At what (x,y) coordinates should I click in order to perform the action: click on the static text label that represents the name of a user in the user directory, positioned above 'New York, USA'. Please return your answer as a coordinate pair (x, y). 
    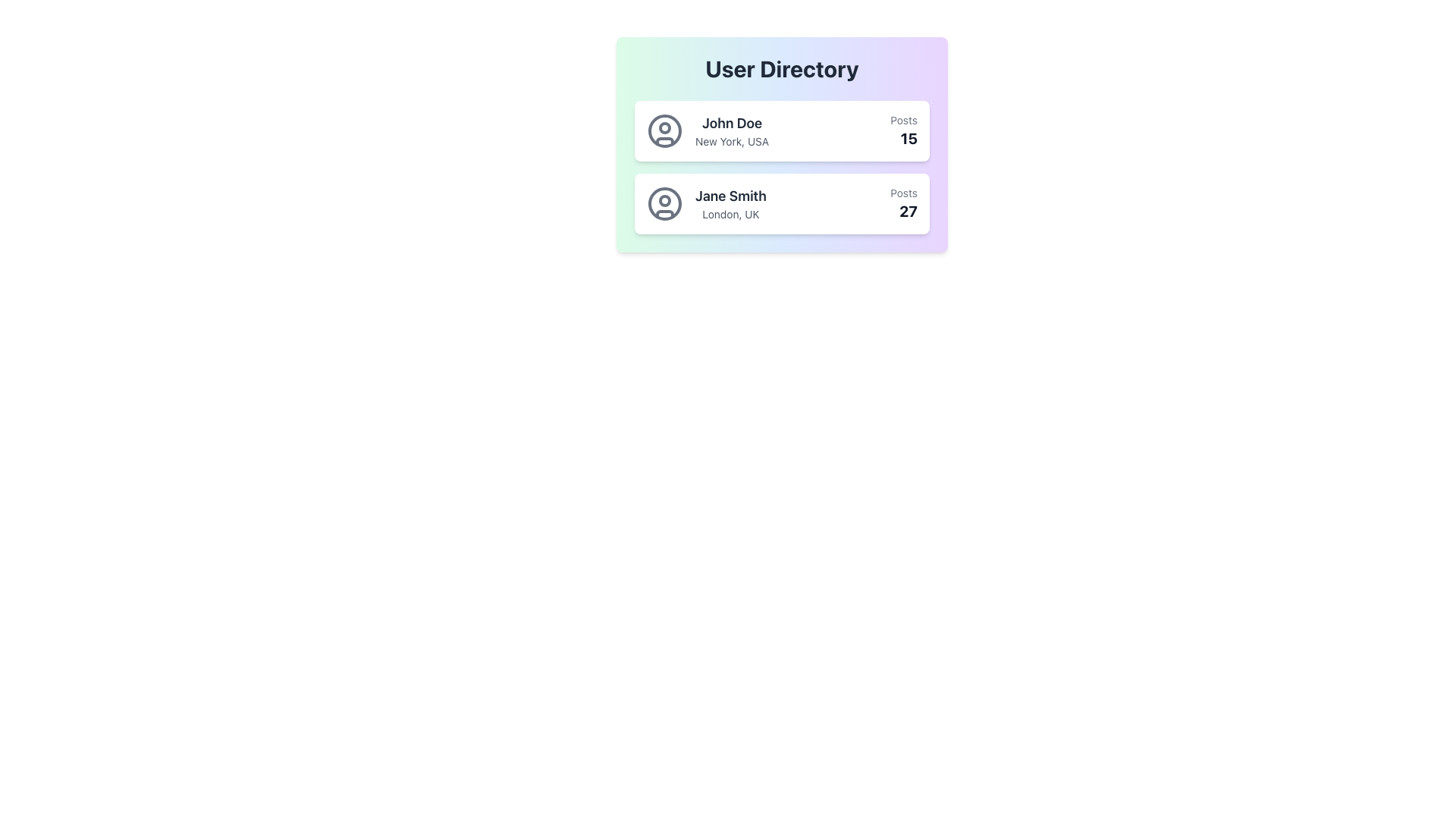
    Looking at the image, I should click on (732, 122).